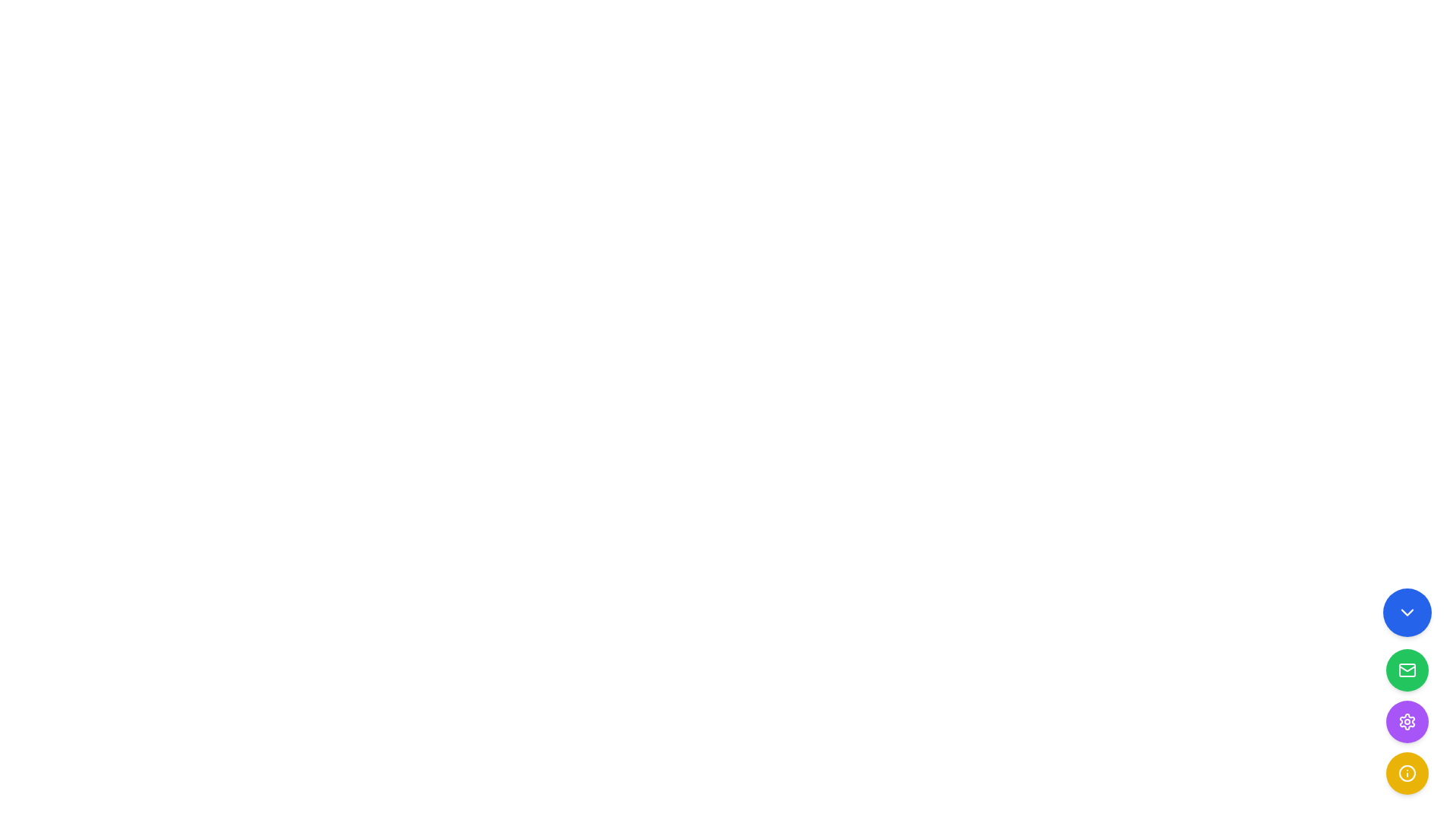 The height and width of the screenshot is (819, 1456). I want to click on the green circular Icon Button with an envelope icon, so click(1407, 669).